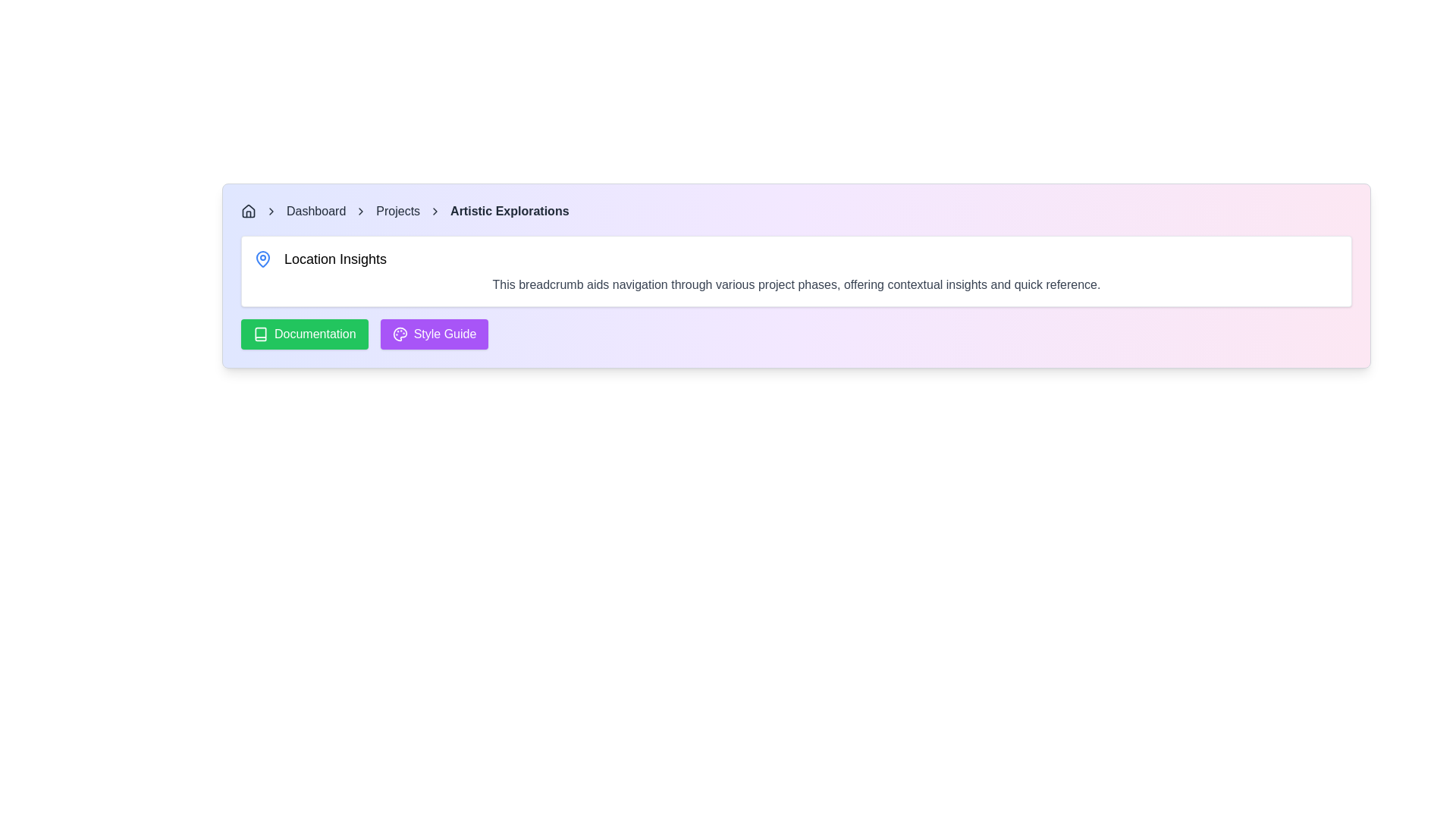  Describe the element at coordinates (261, 333) in the screenshot. I see `the SVG-based graphical illustration within the 'Documentation' button, which is green and located on the left side of a horizontally aligned button group at the bottom of the dashboard` at that location.